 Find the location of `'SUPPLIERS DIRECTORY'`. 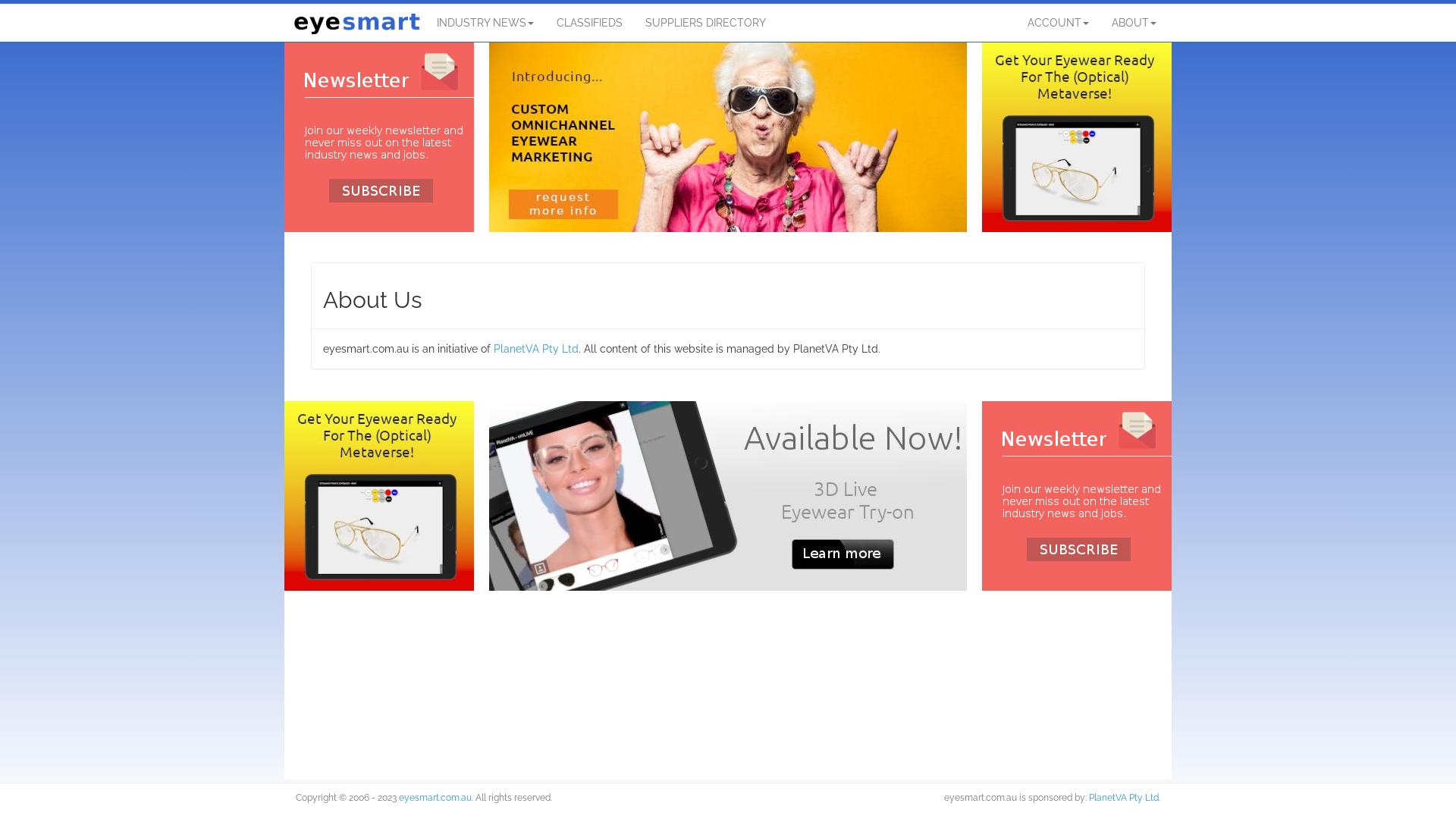

'SUPPLIERS DIRECTORY' is located at coordinates (704, 23).